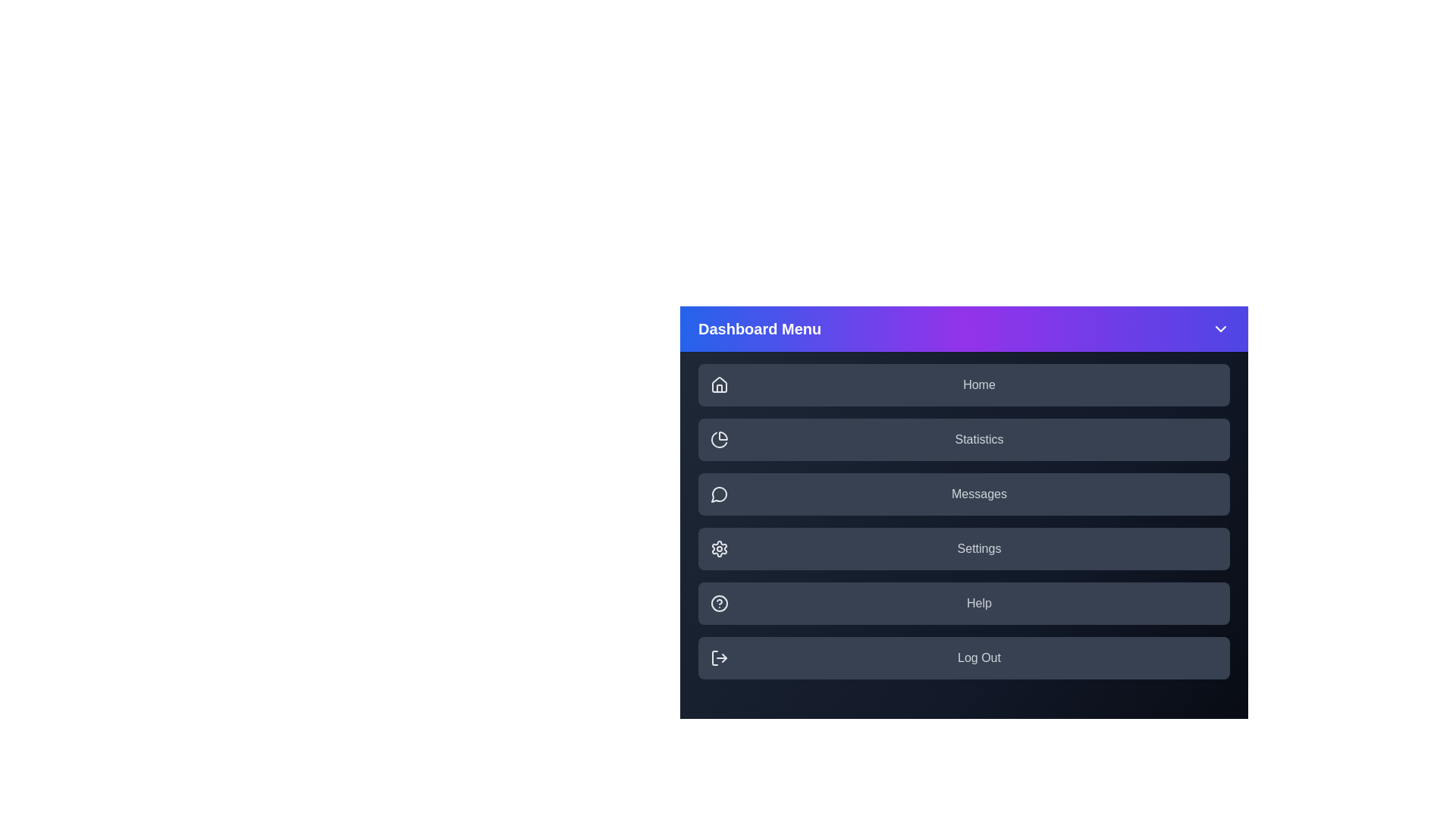  I want to click on the header to toggle the menu visibility, so click(963, 328).